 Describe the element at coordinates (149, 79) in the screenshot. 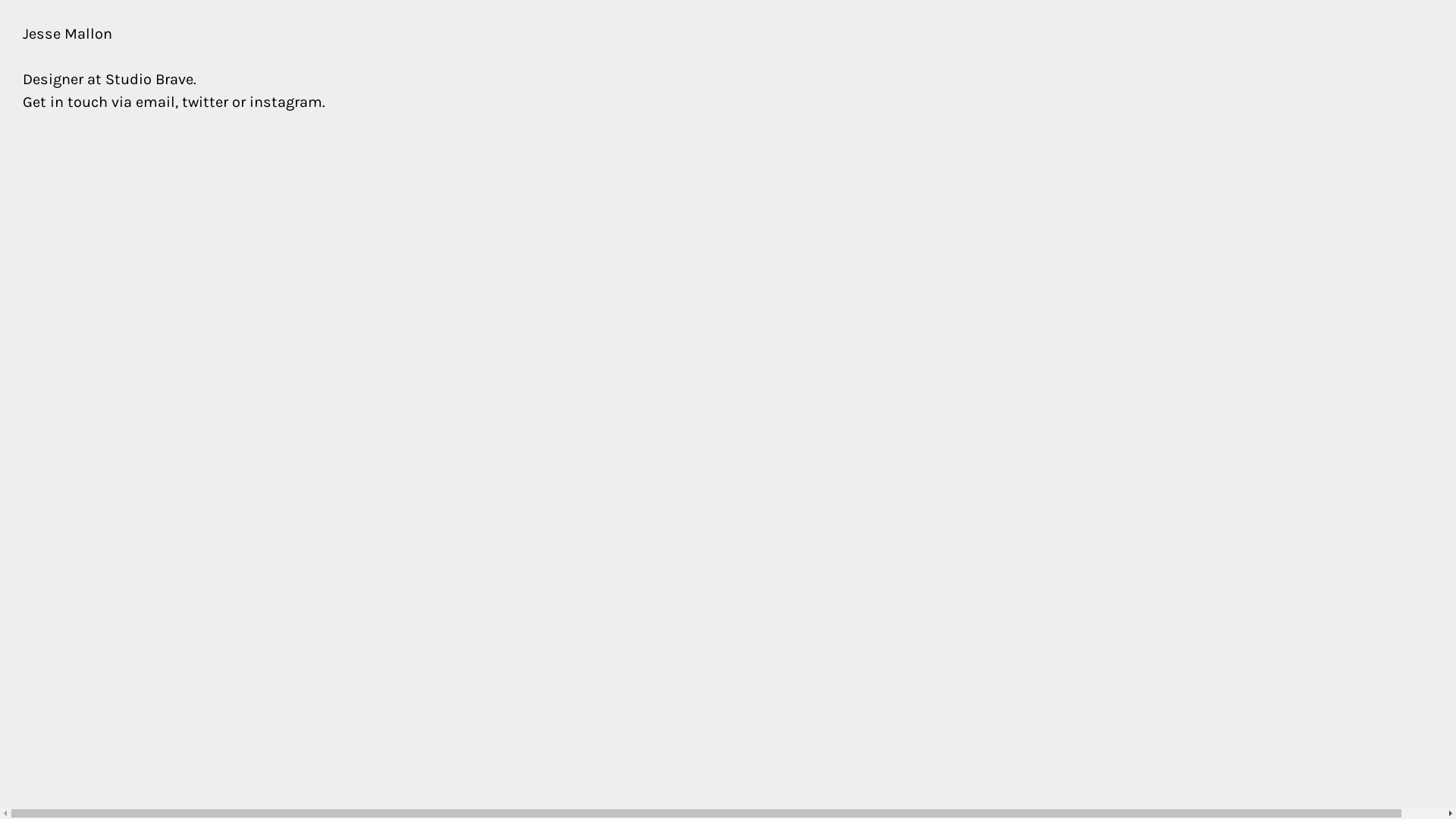

I see `'Studio Brave'` at that location.